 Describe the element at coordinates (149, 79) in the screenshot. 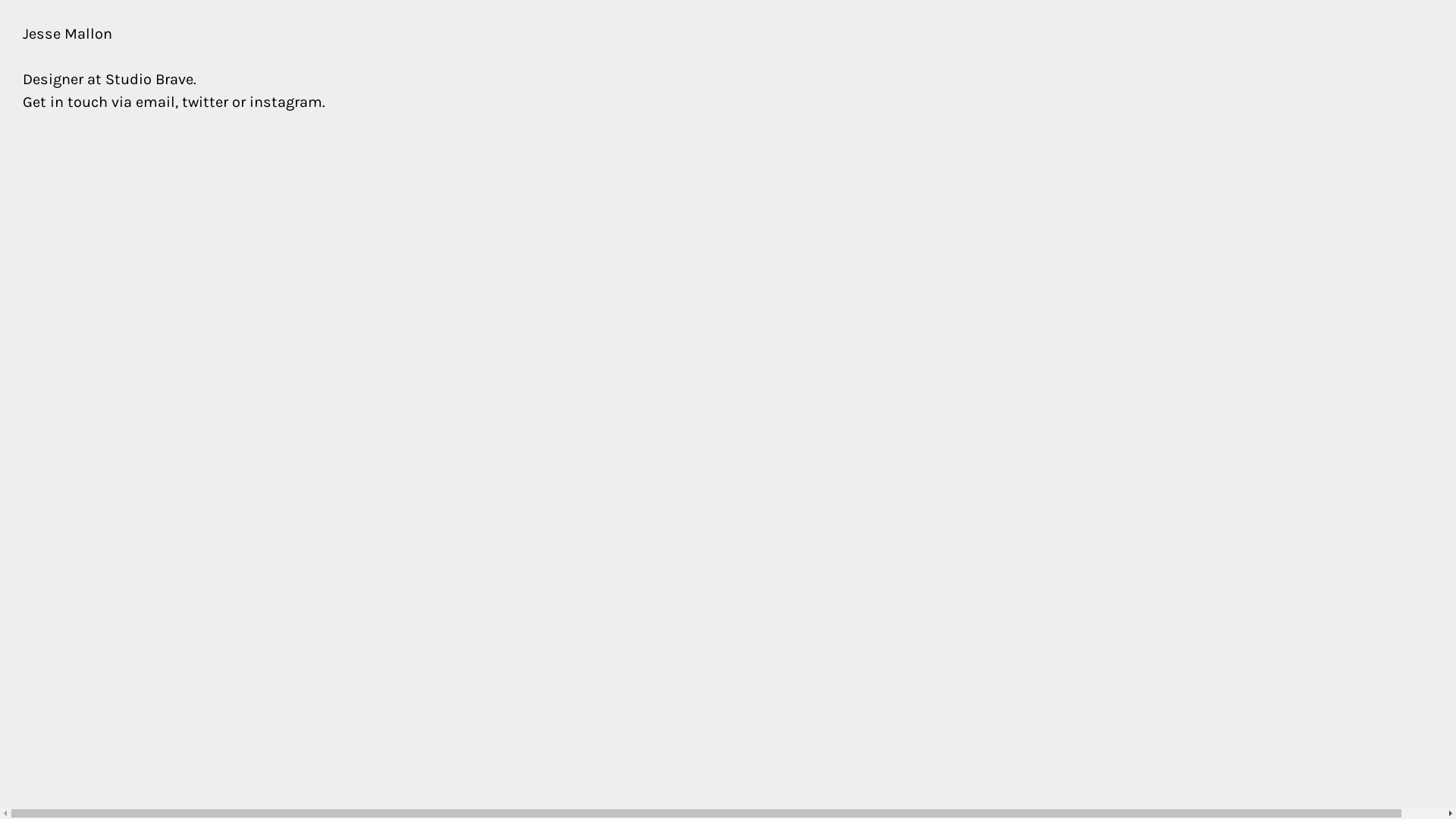

I see `'Studio Brave'` at that location.